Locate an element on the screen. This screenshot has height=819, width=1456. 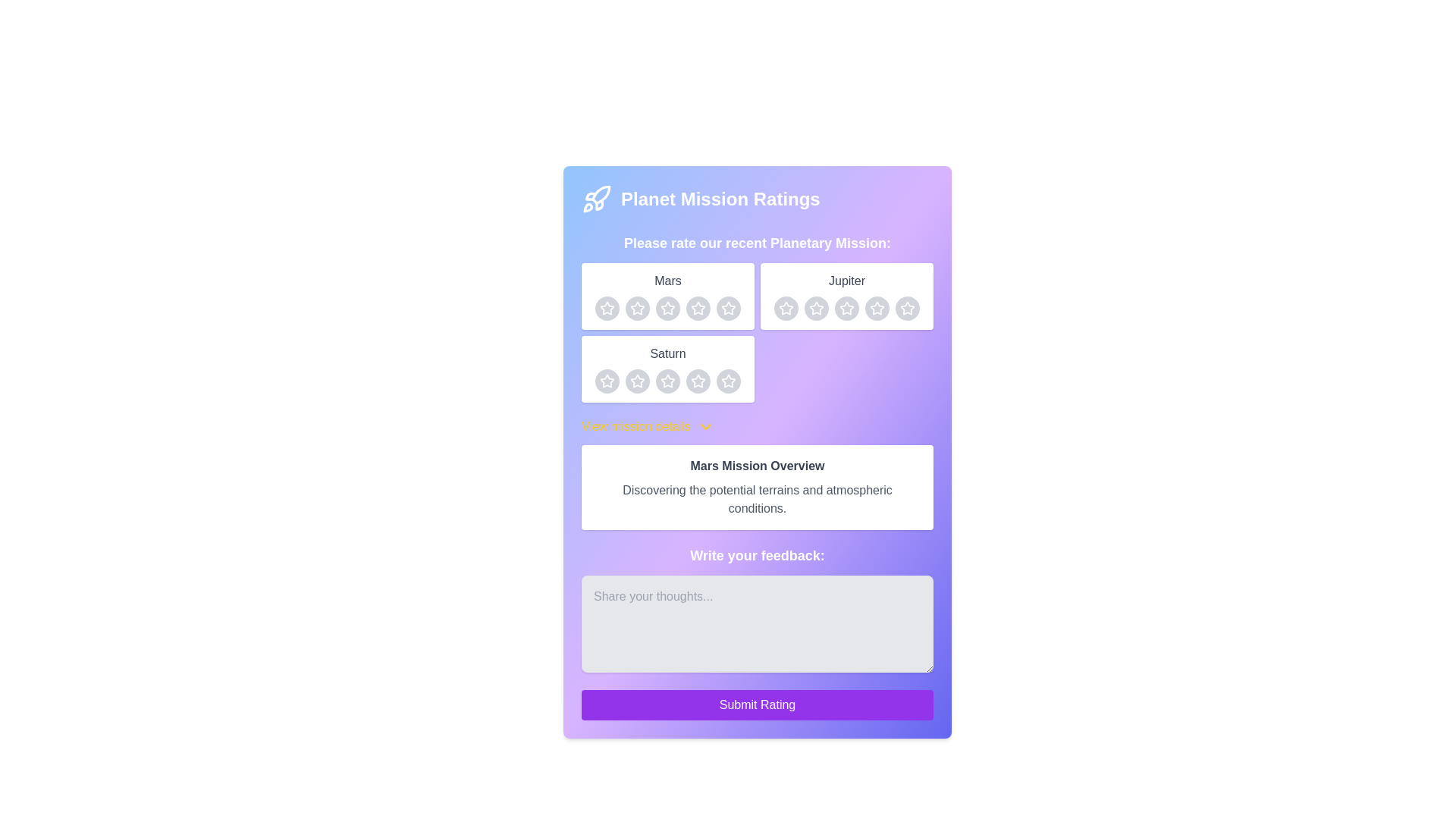
the first circular rating button with a light gray background and a white star icon is located at coordinates (607, 308).